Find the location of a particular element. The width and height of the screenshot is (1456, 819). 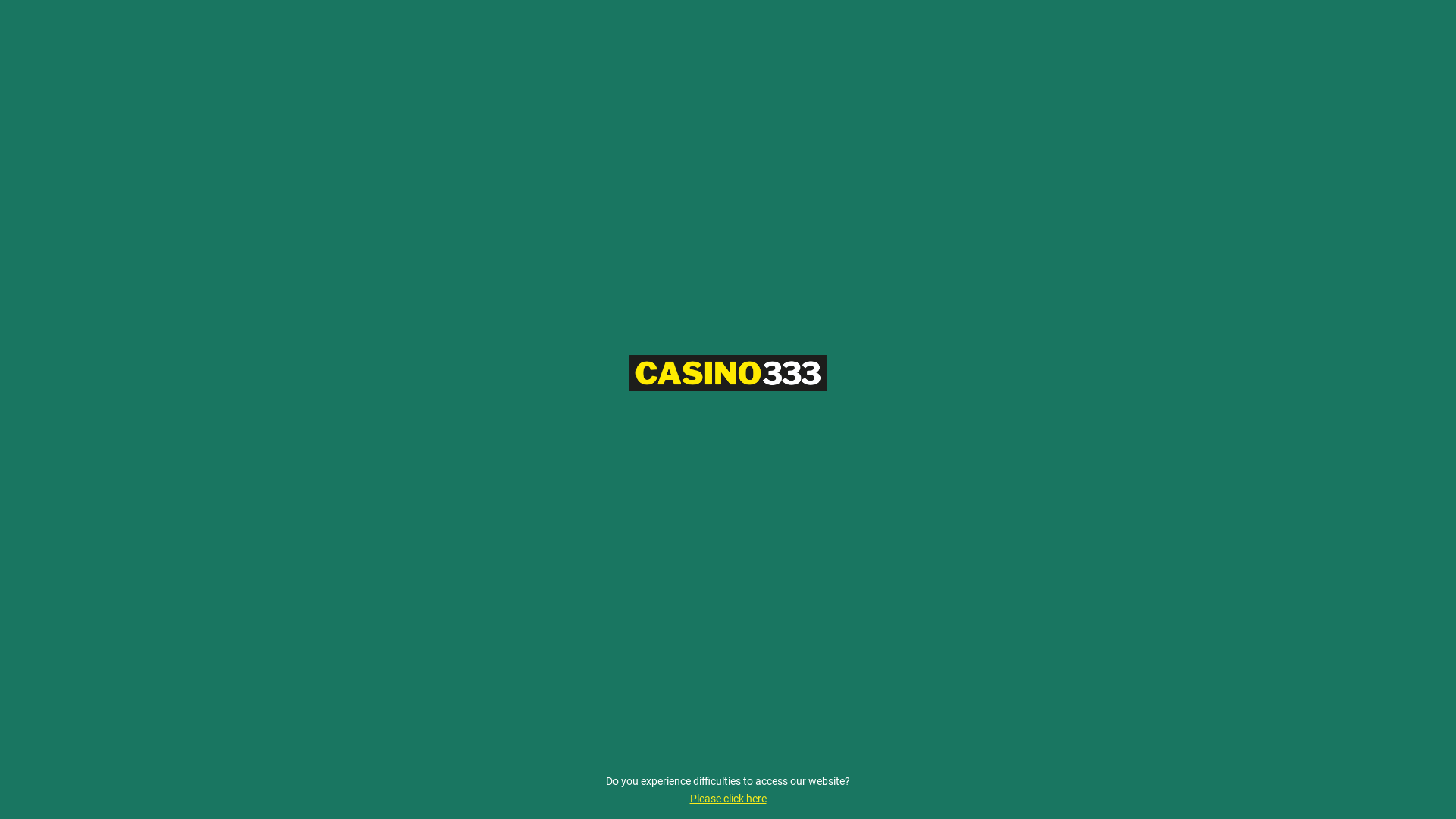

'Please click here' is located at coordinates (728, 798).